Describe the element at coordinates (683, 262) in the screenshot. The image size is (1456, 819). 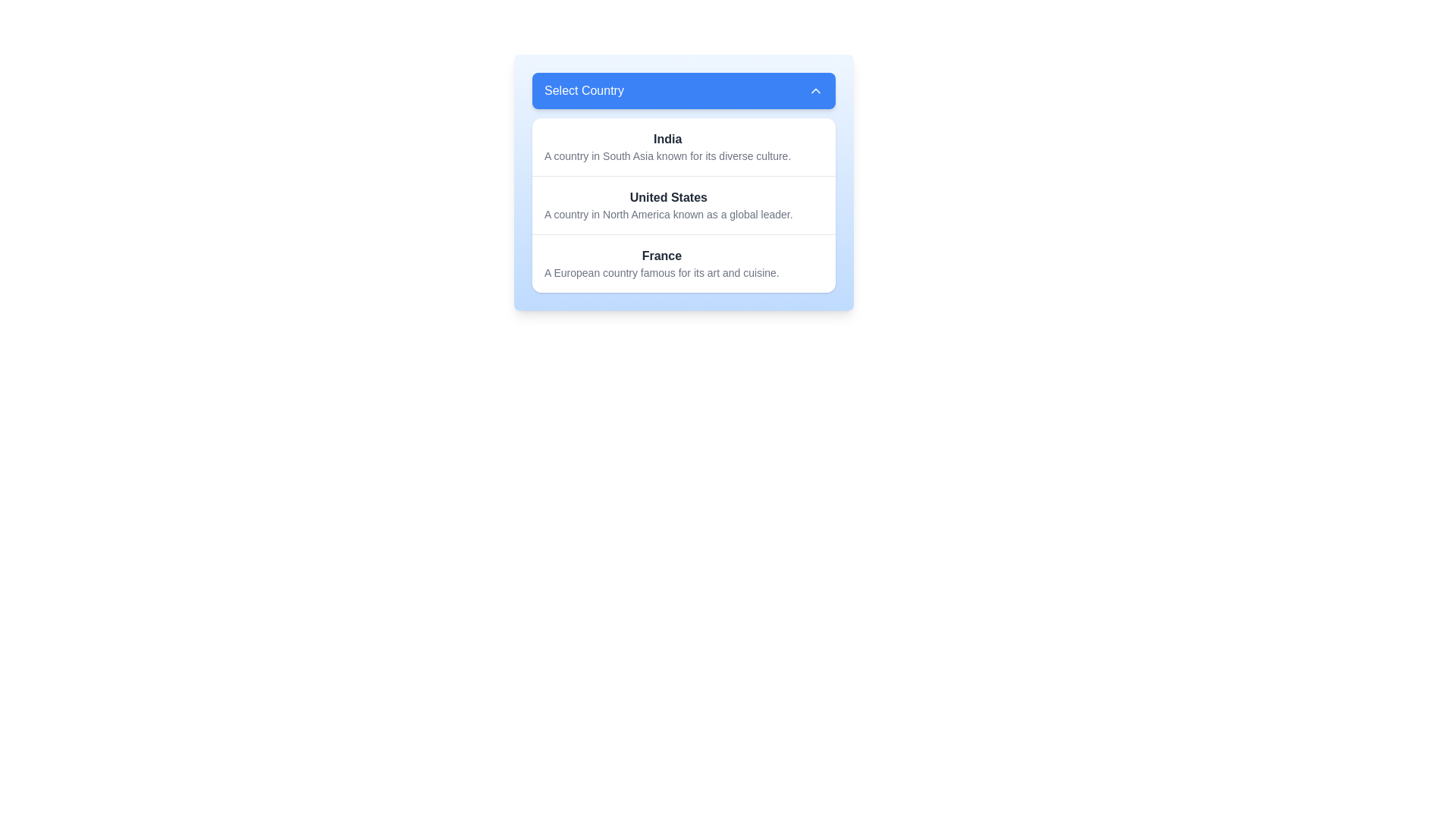
I see `the third item in the dropdown list representing 'France'` at that location.